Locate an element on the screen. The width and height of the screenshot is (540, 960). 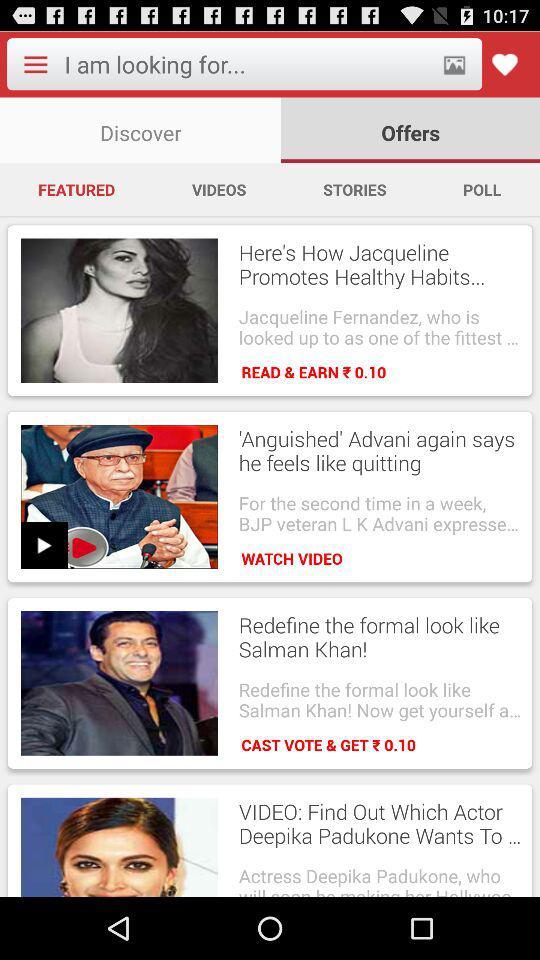
the menu icon is located at coordinates (35, 68).